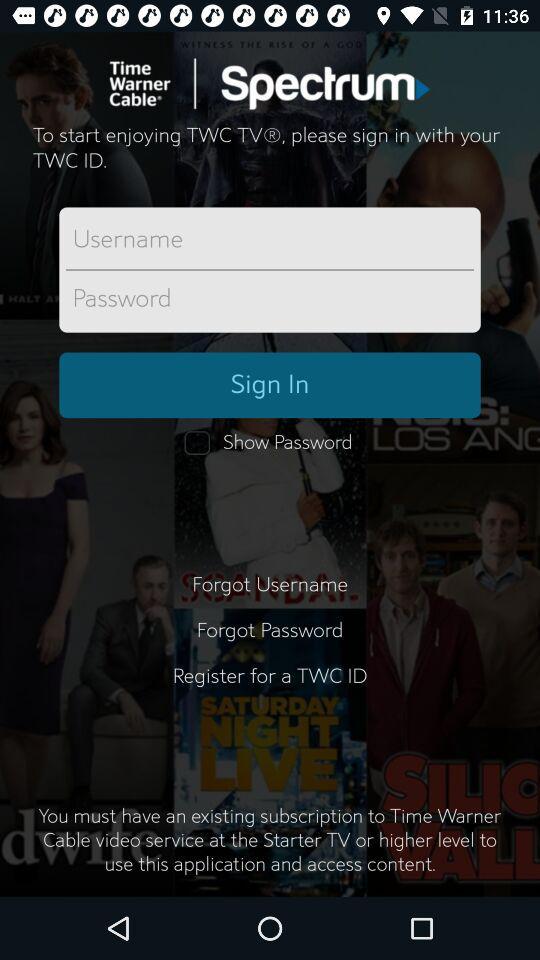  I want to click on the register for a icon, so click(270, 688).